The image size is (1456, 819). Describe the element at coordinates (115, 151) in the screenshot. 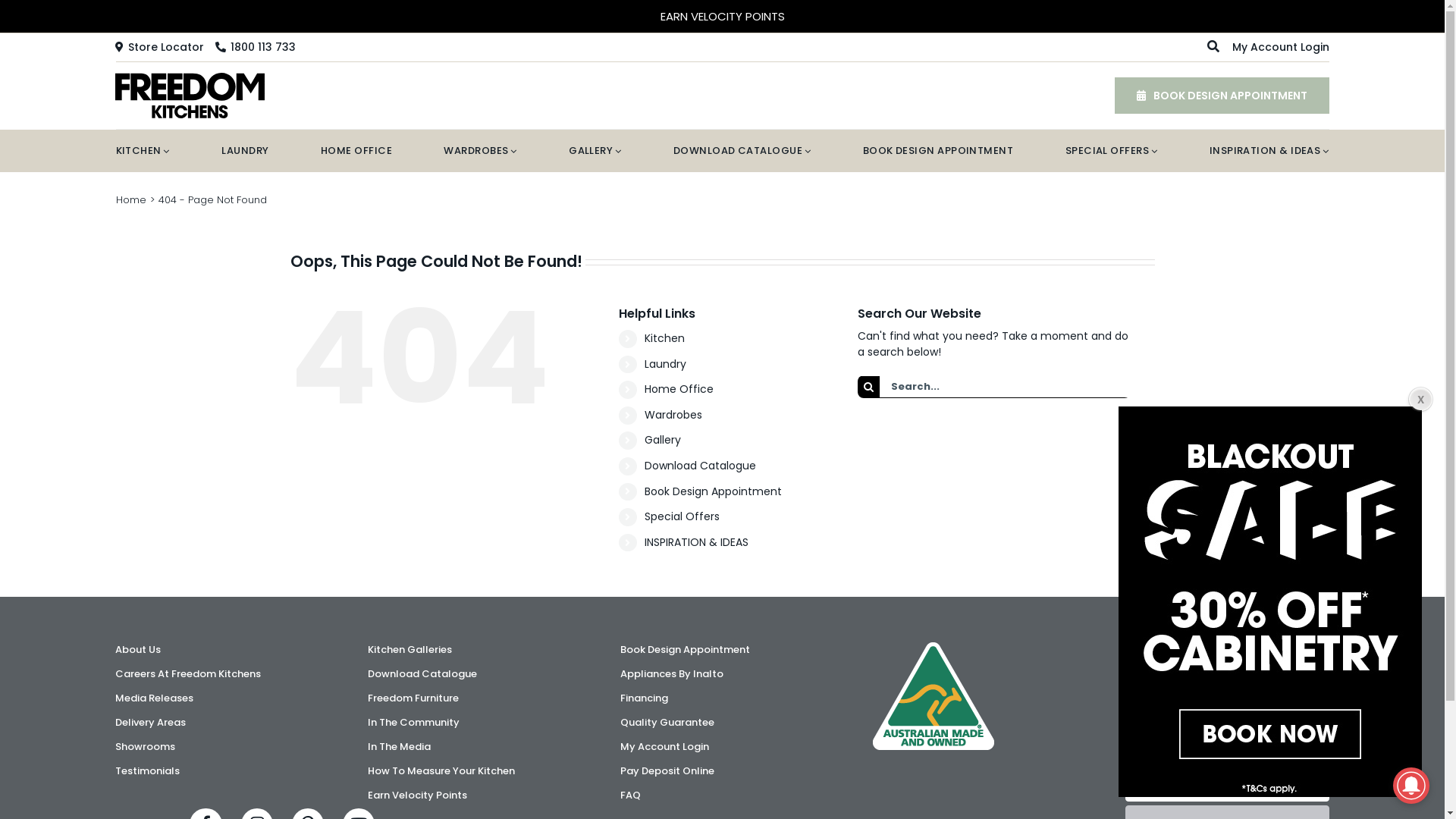

I see `'KITCHEN'` at that location.